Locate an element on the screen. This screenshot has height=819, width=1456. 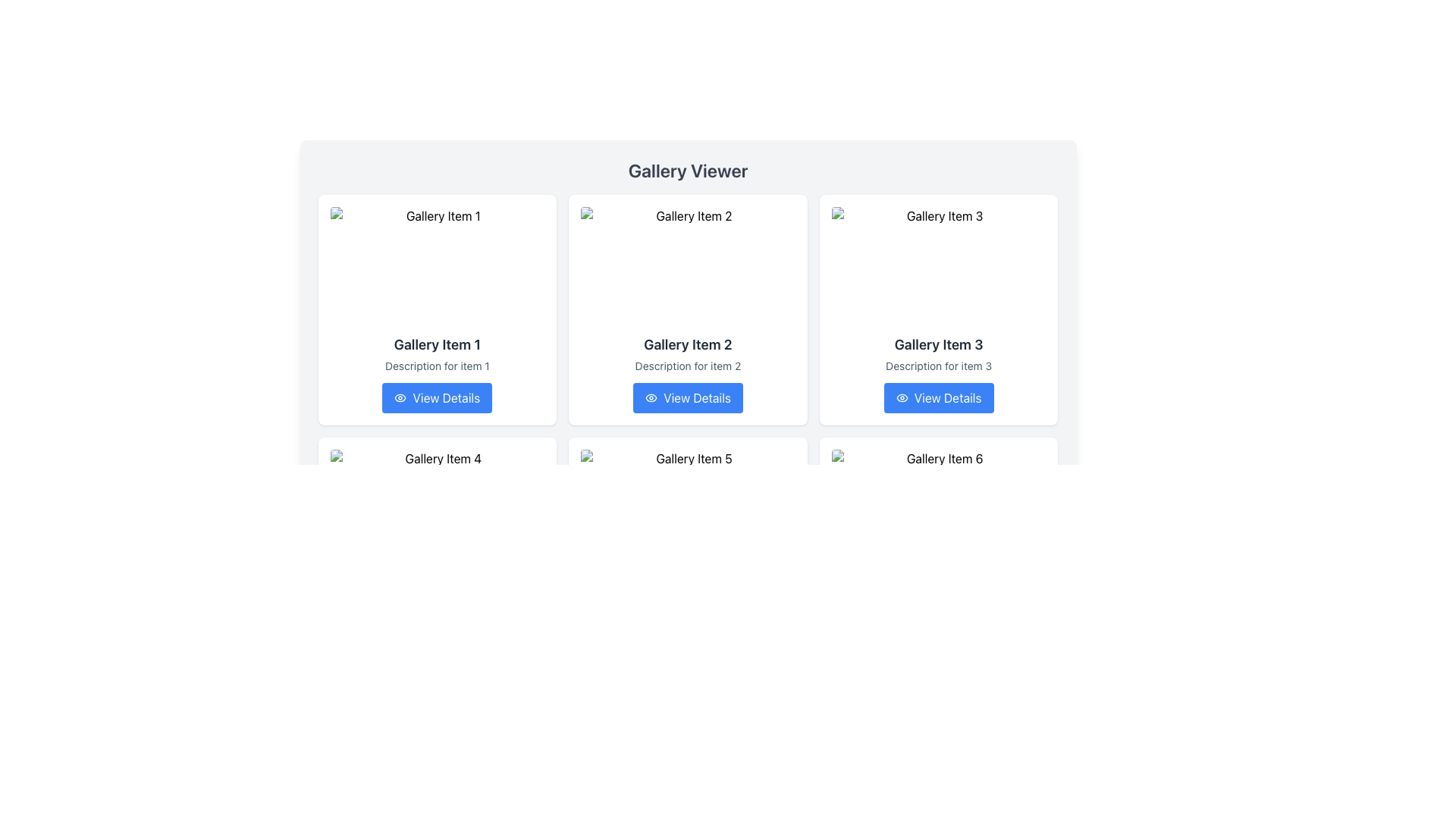
the eye-shaped icon located within the 'View Details' button of the third gallery item, positioned to the left of the button text is located at coordinates (902, 397).